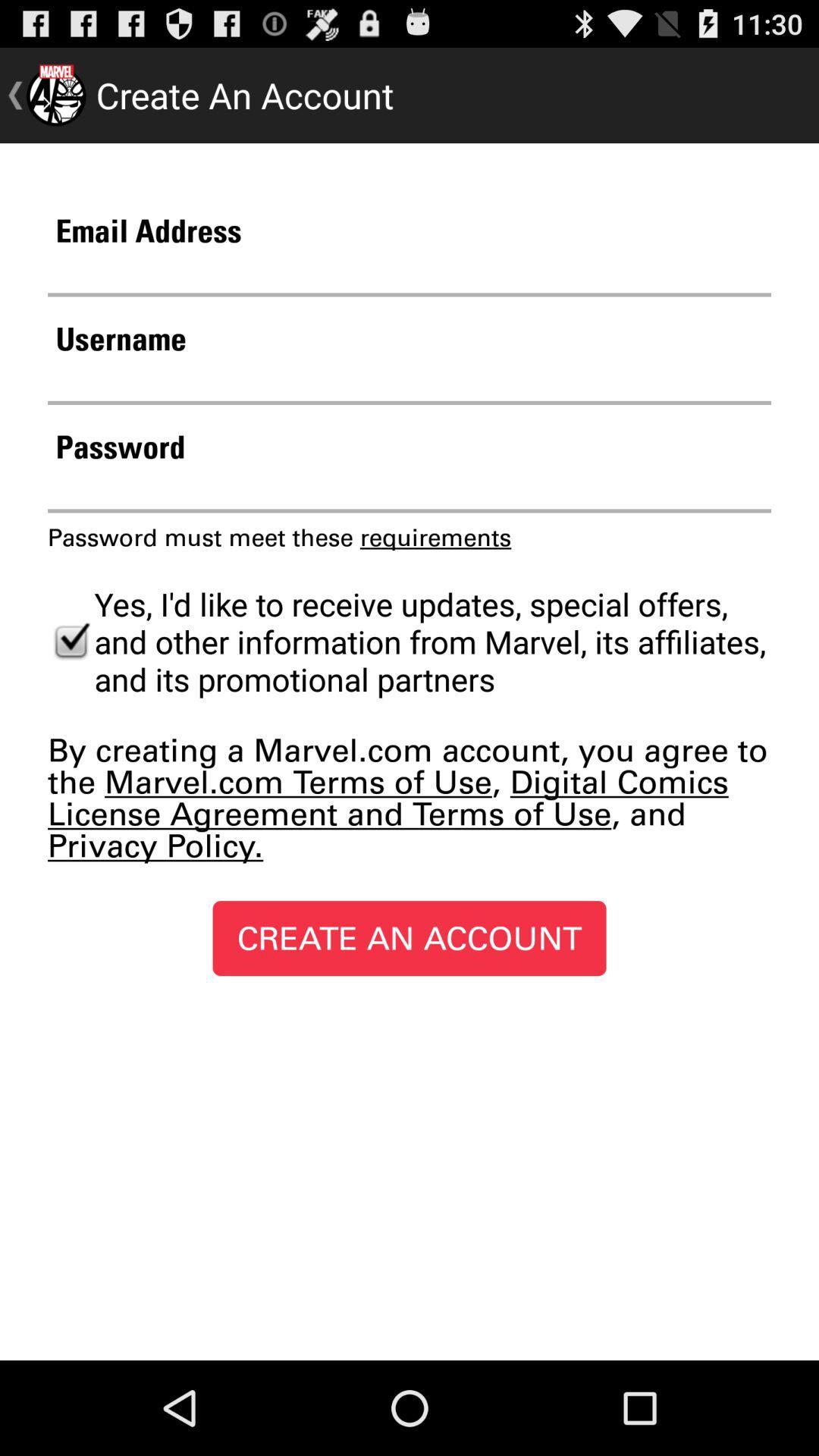 The image size is (819, 1456). Describe the element at coordinates (409, 489) in the screenshot. I see `your password` at that location.